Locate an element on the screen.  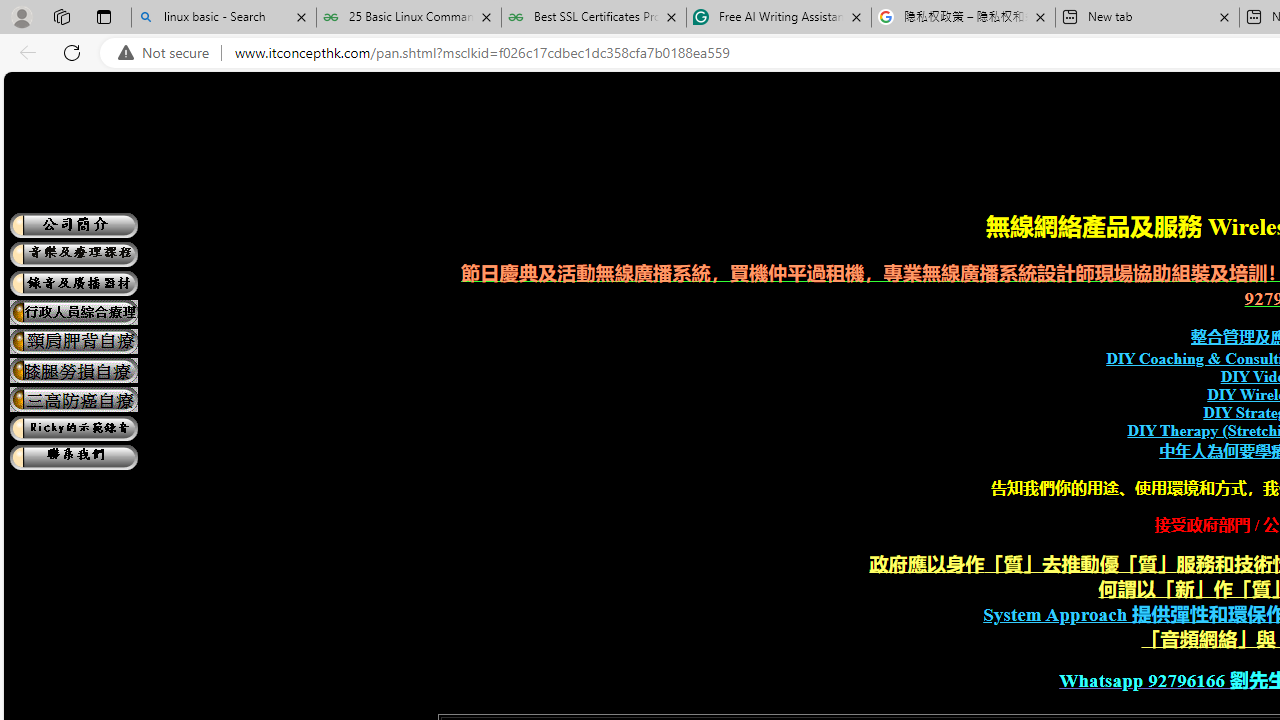
'Not secure' is located at coordinates (168, 52).